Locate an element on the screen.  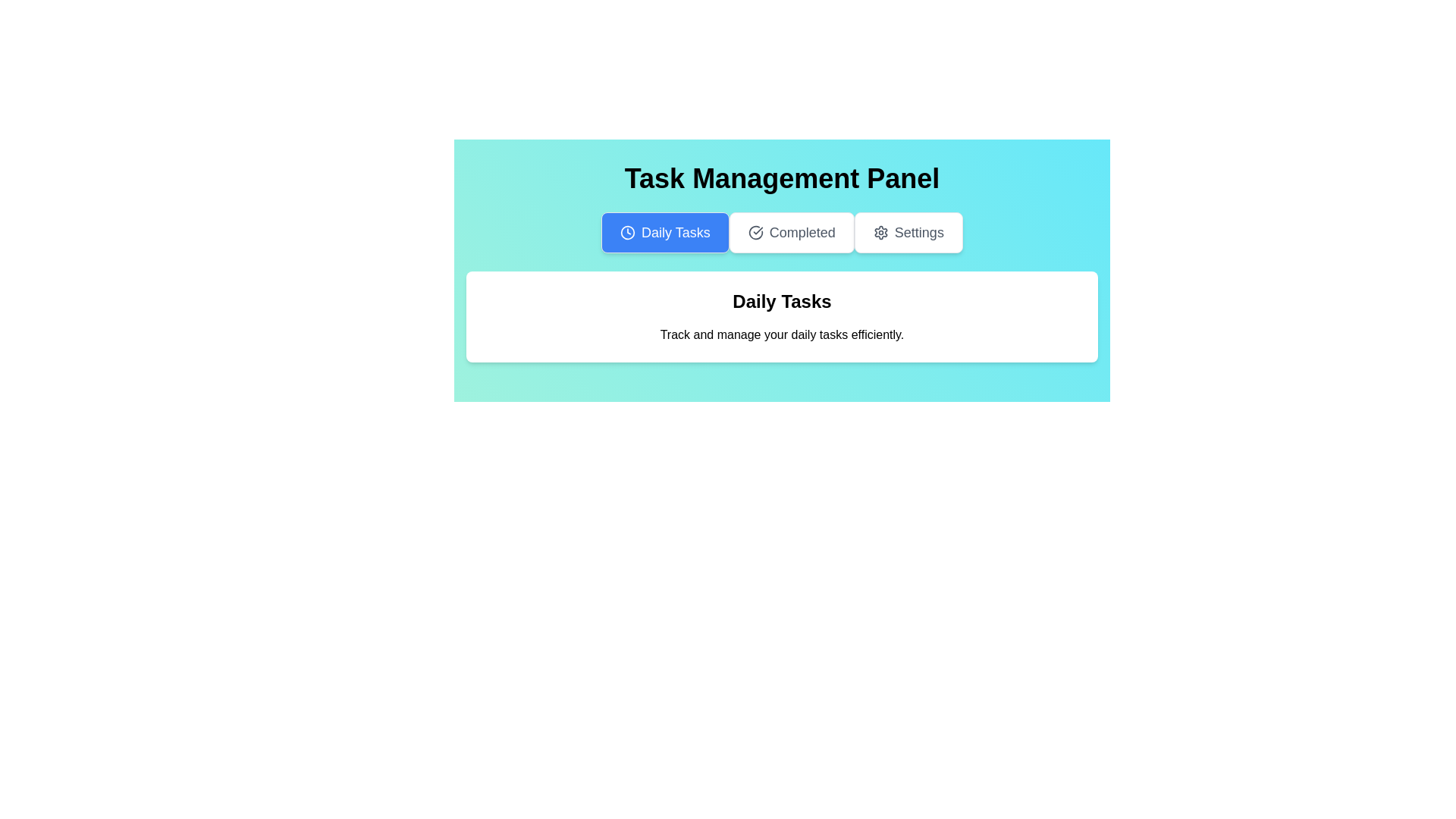
the 'Completed' button that contains the checkmark circle icon, which is located at the top center of the interface is located at coordinates (755, 233).